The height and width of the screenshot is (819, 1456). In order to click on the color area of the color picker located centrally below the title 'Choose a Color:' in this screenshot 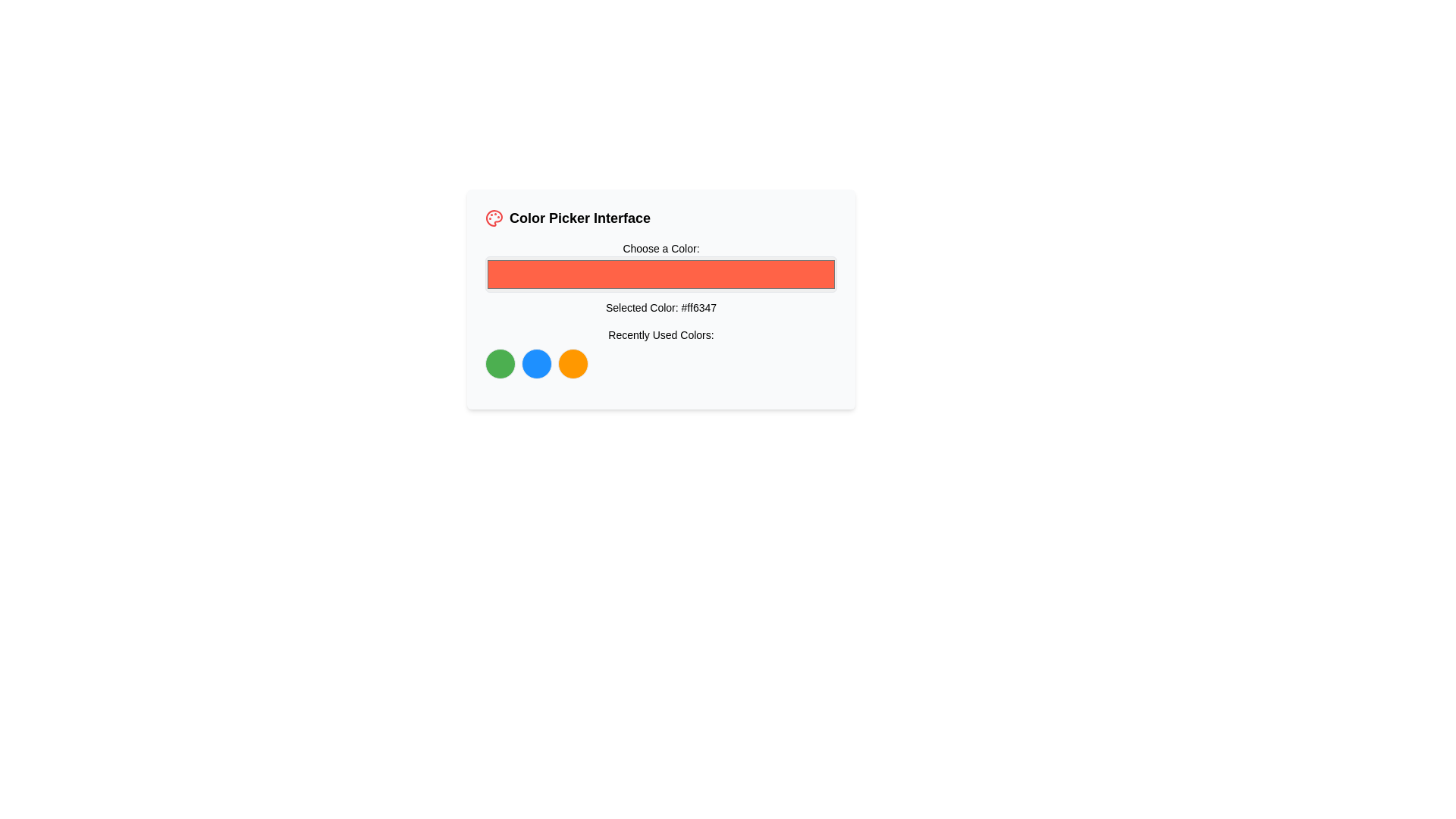, I will do `click(661, 278)`.